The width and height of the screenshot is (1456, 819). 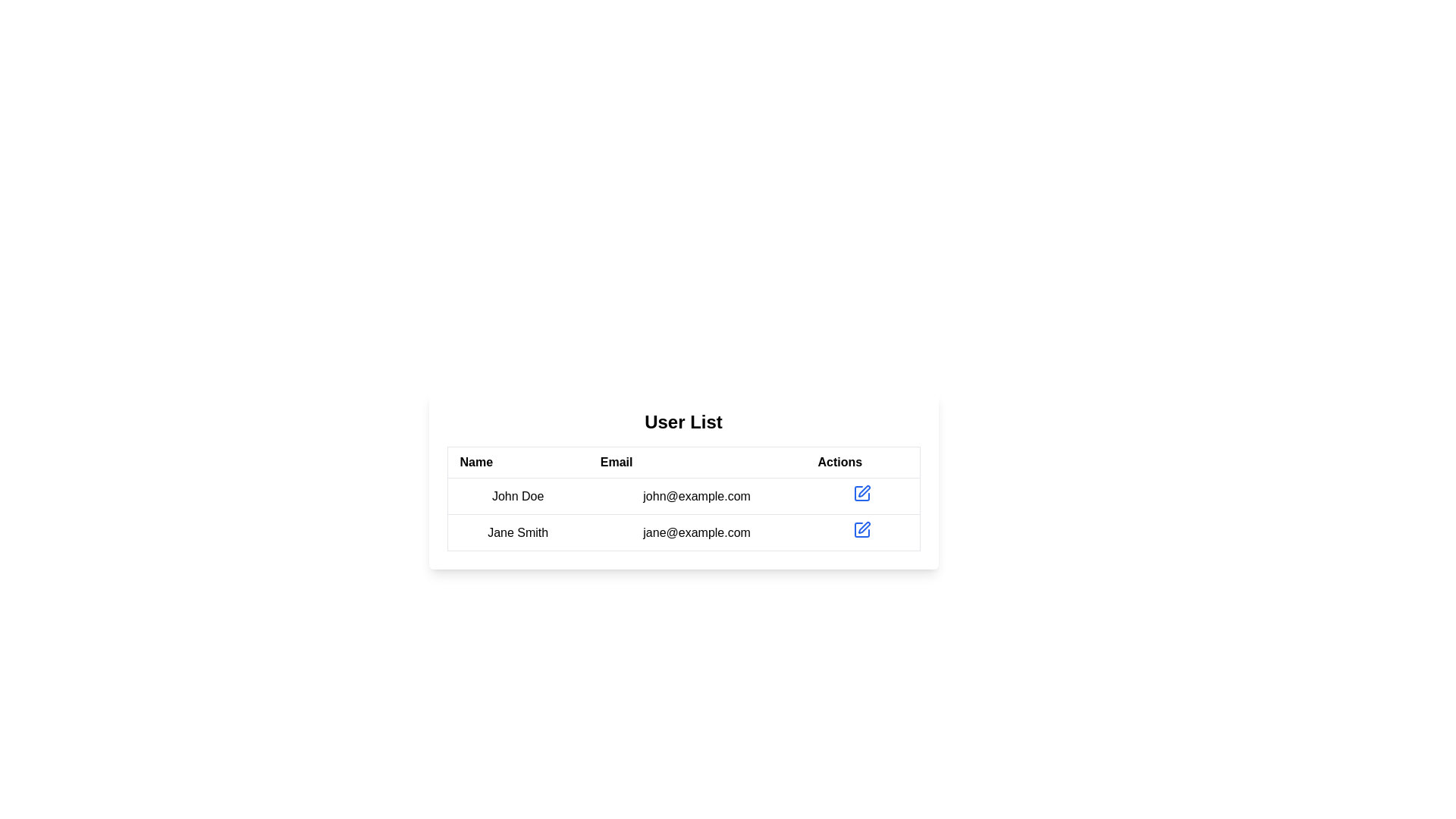 What do you see at coordinates (862, 496) in the screenshot?
I see `the Icon Button in the Actions column of the first row corresponding to user 'John Doe' to initiate the editing function` at bounding box center [862, 496].